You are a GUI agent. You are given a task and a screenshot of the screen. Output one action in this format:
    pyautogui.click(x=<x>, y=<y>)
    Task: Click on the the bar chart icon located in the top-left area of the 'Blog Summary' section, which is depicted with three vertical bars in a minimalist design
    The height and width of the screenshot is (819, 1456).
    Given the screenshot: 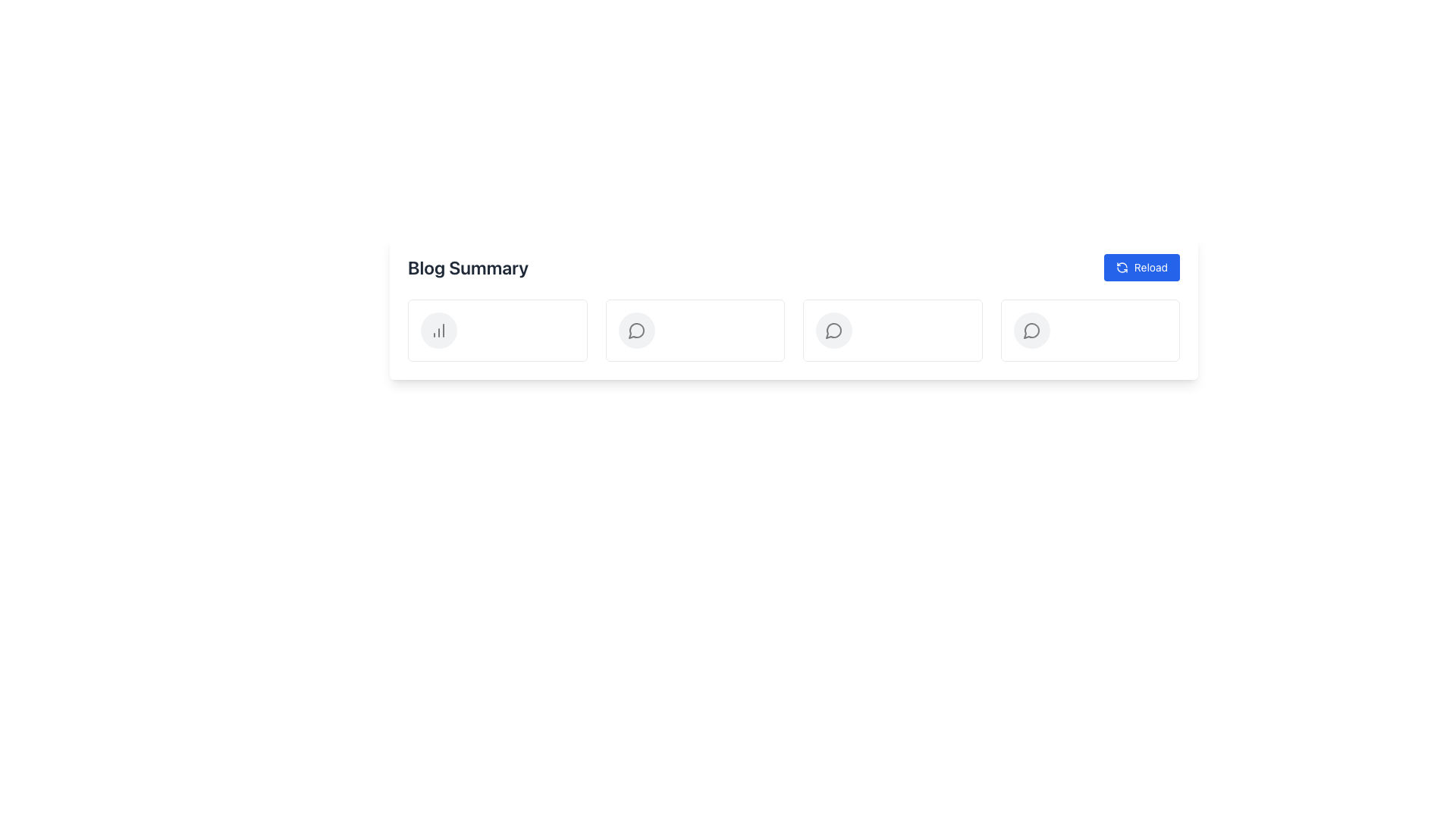 What is the action you would take?
    pyautogui.click(x=438, y=329)
    